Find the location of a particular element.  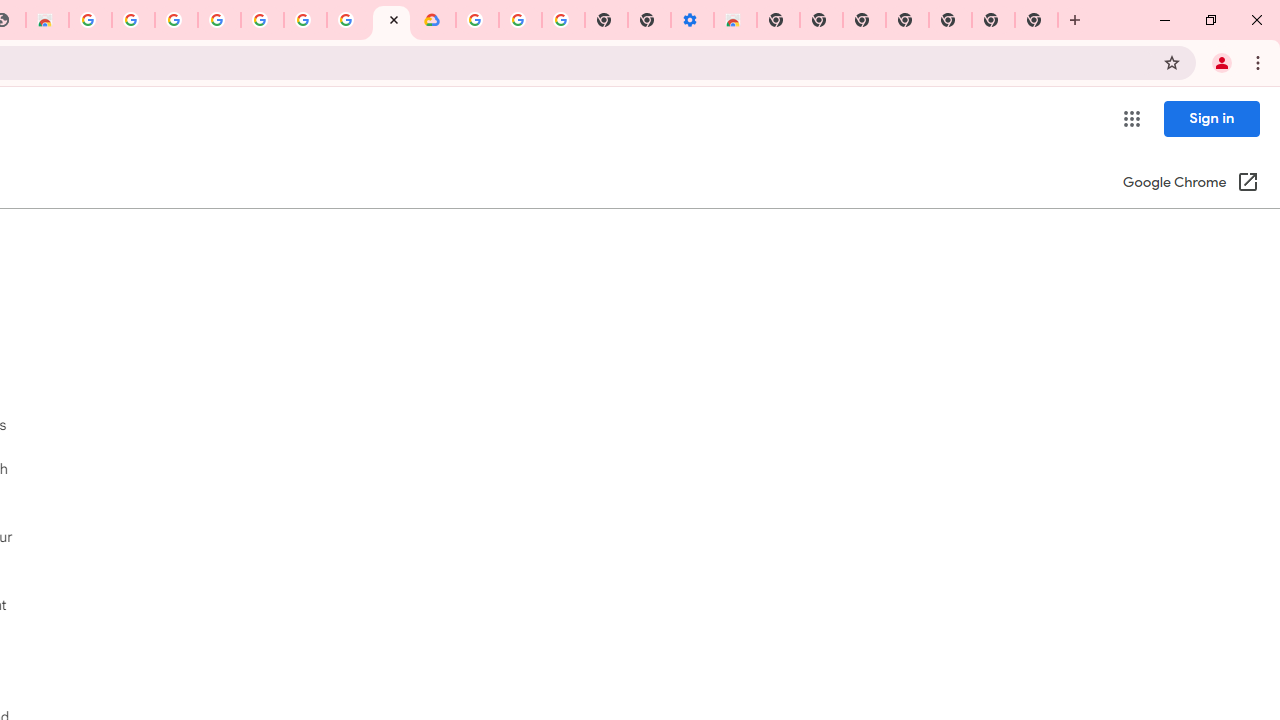

'Sign in' is located at coordinates (1210, 118).